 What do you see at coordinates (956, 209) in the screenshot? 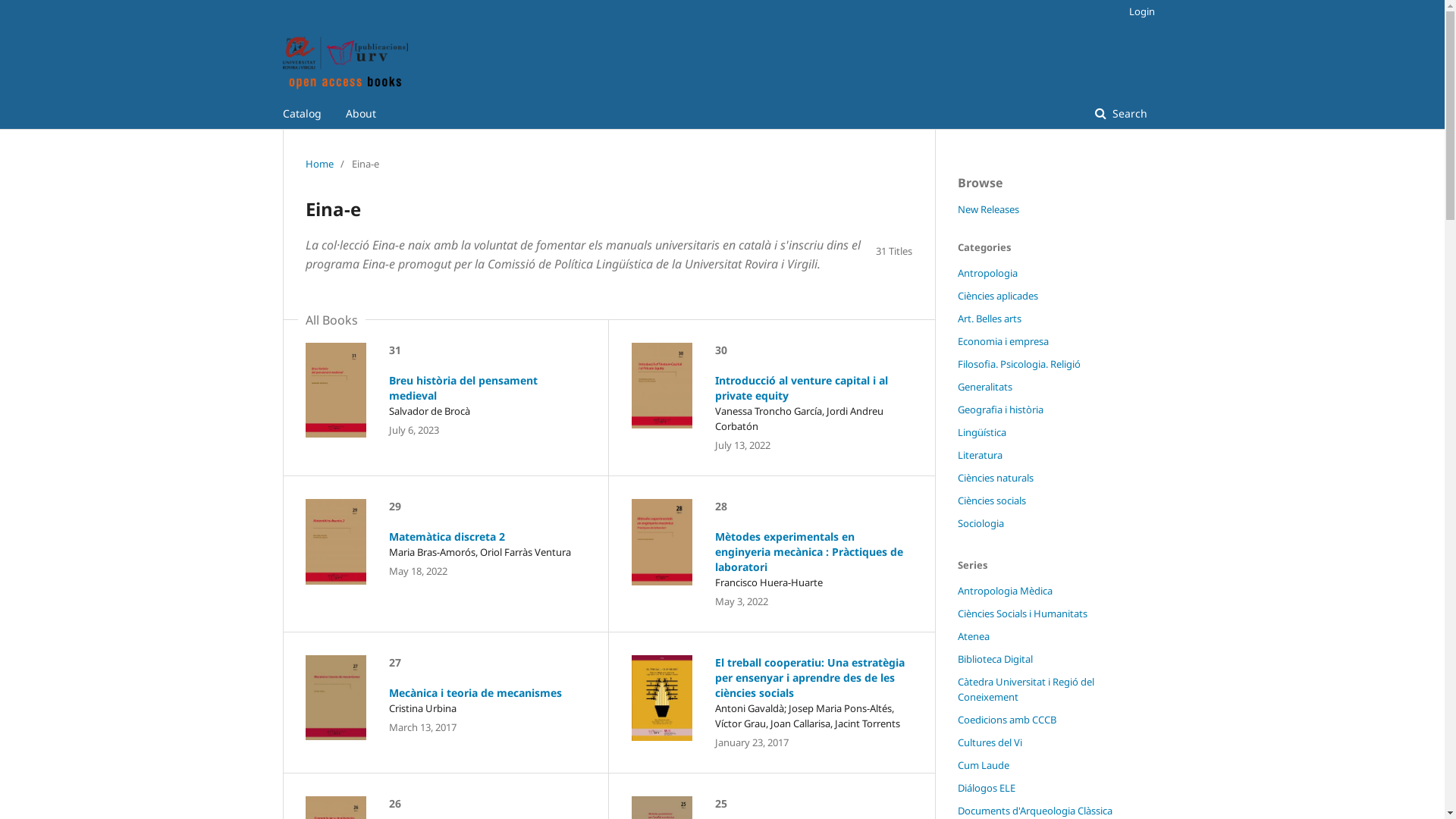
I see `'New Releases'` at bounding box center [956, 209].